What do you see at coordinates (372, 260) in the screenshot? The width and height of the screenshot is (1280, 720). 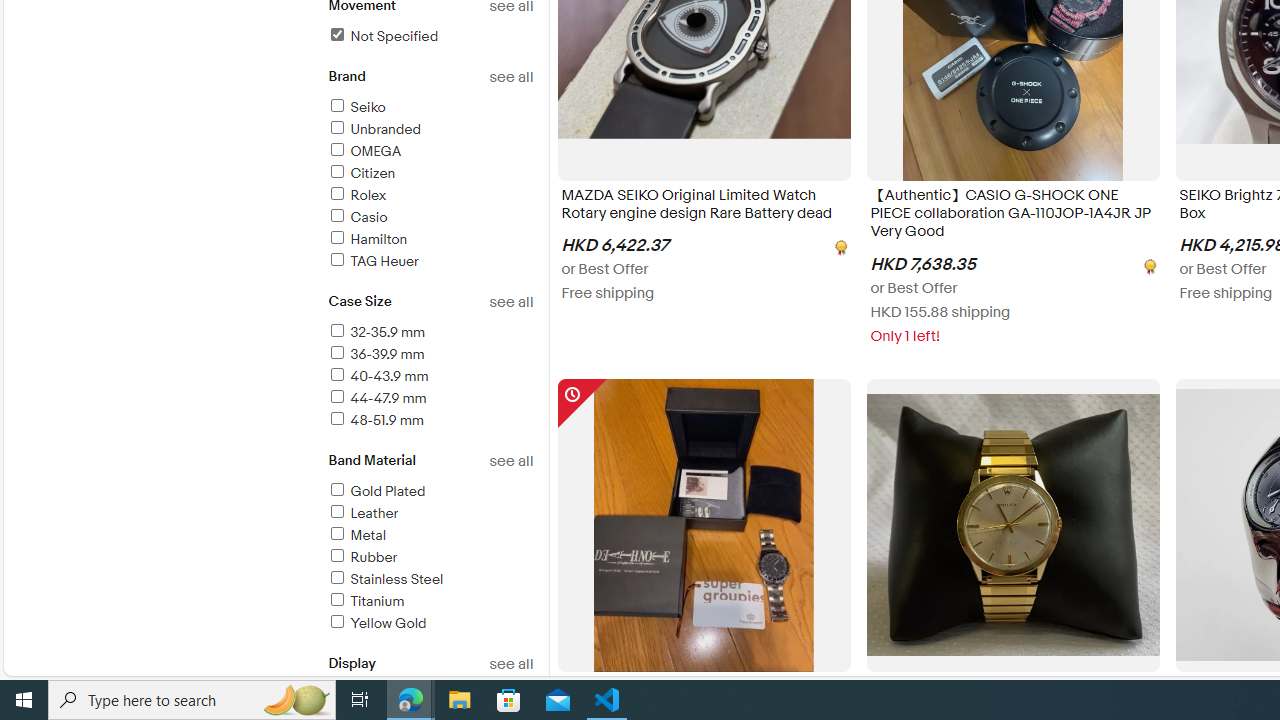 I see `'TAG Heuer'` at bounding box center [372, 260].